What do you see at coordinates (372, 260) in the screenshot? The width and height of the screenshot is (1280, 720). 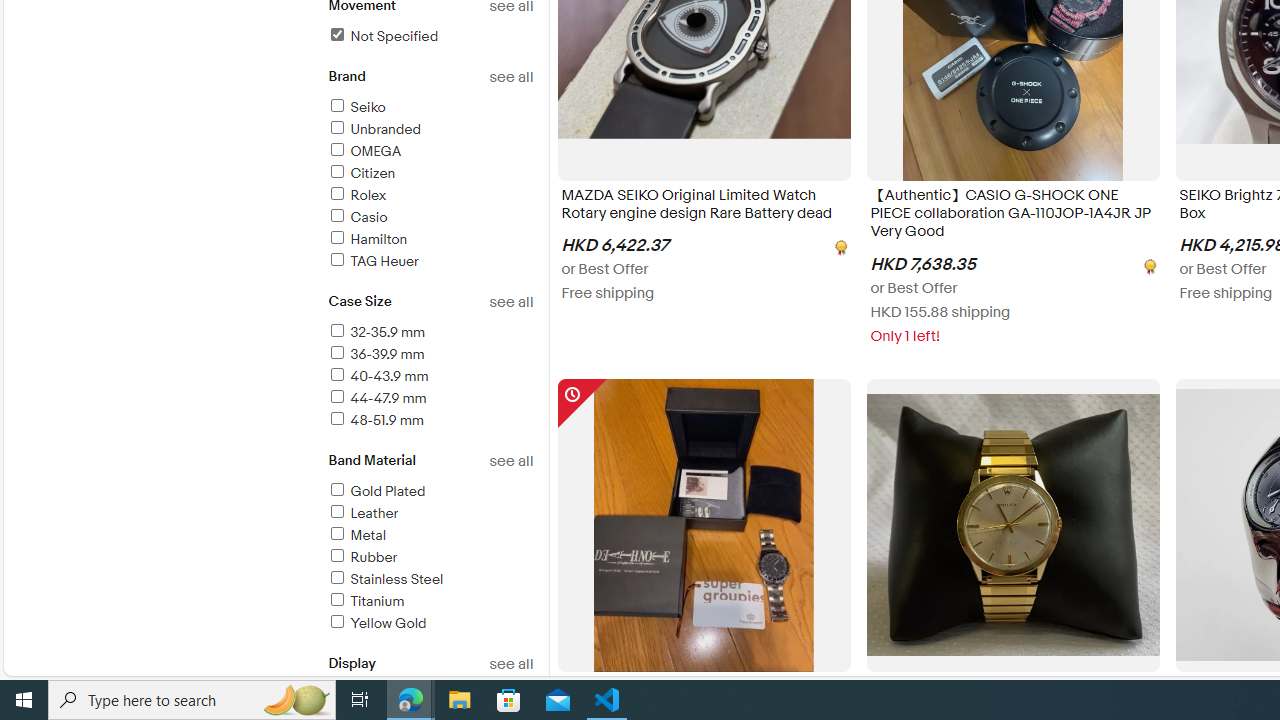 I see `'TAG Heuer'` at bounding box center [372, 260].